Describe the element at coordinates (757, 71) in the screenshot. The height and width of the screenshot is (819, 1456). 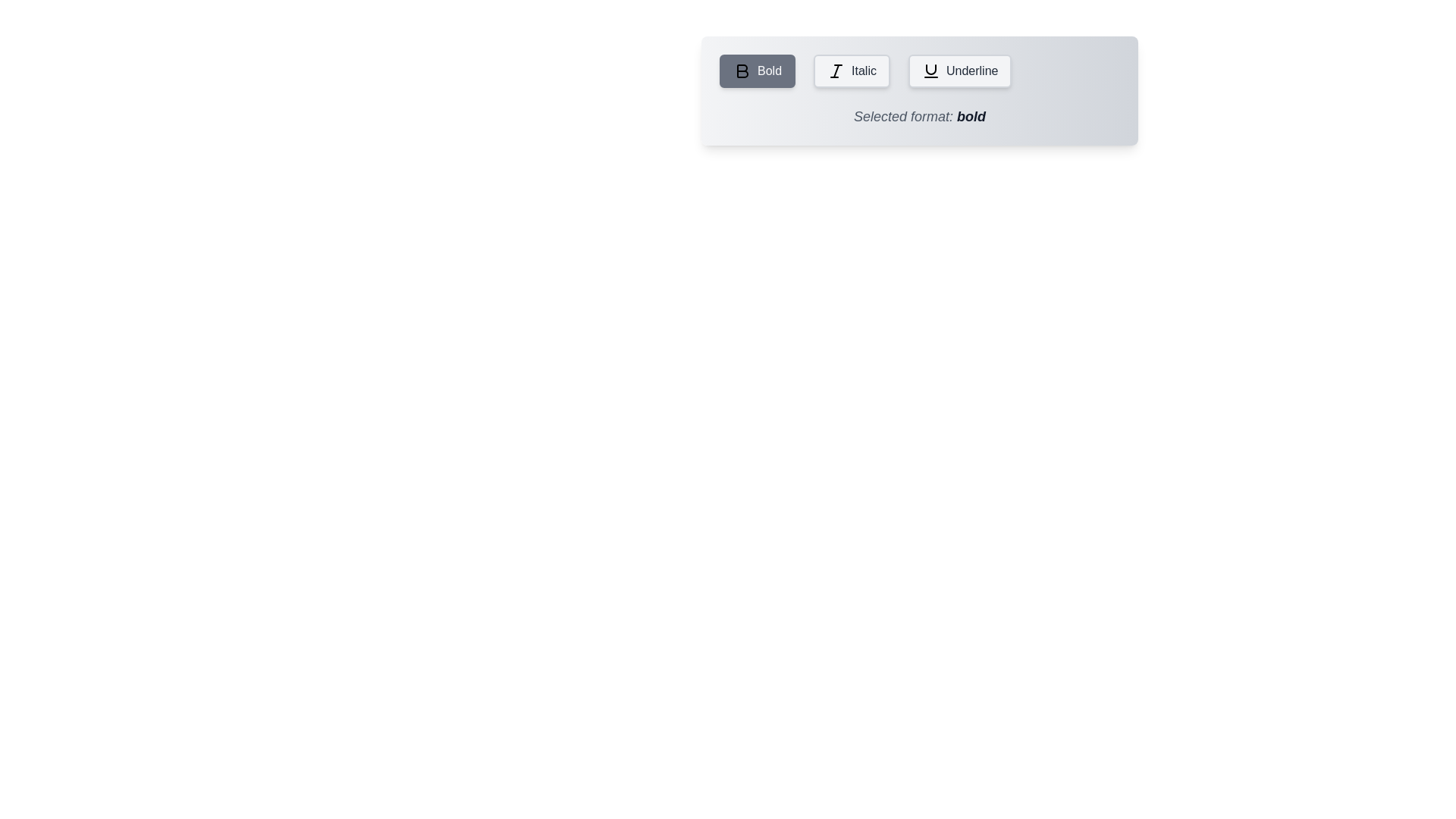
I see `the Bold button to select the corresponding text formatting option` at that location.